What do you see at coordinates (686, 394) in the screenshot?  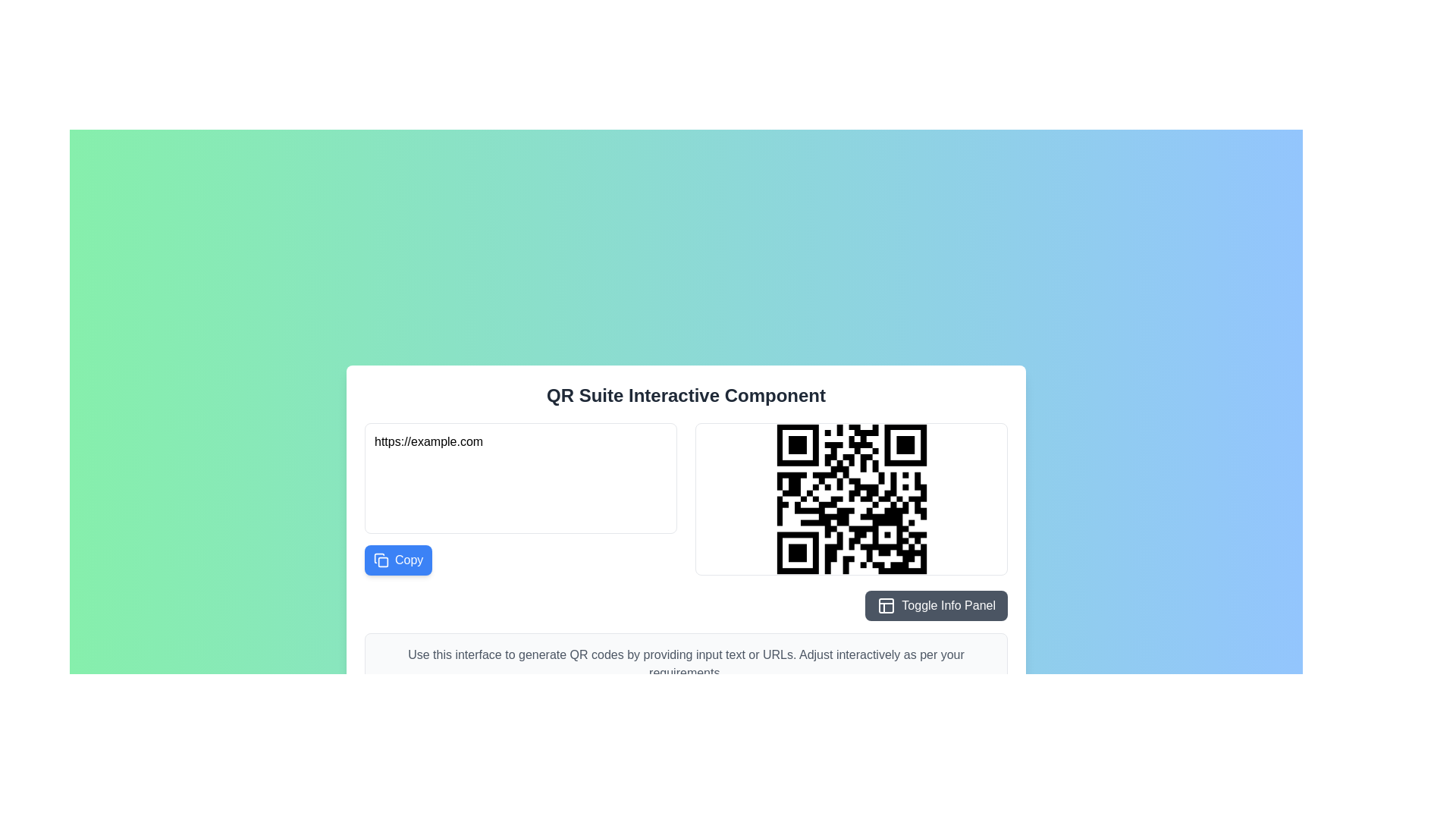 I see `the textual header labeled 'QR Suite Interactive Component', which is prominently displayed in a large and bold font at the top of a content box` at bounding box center [686, 394].